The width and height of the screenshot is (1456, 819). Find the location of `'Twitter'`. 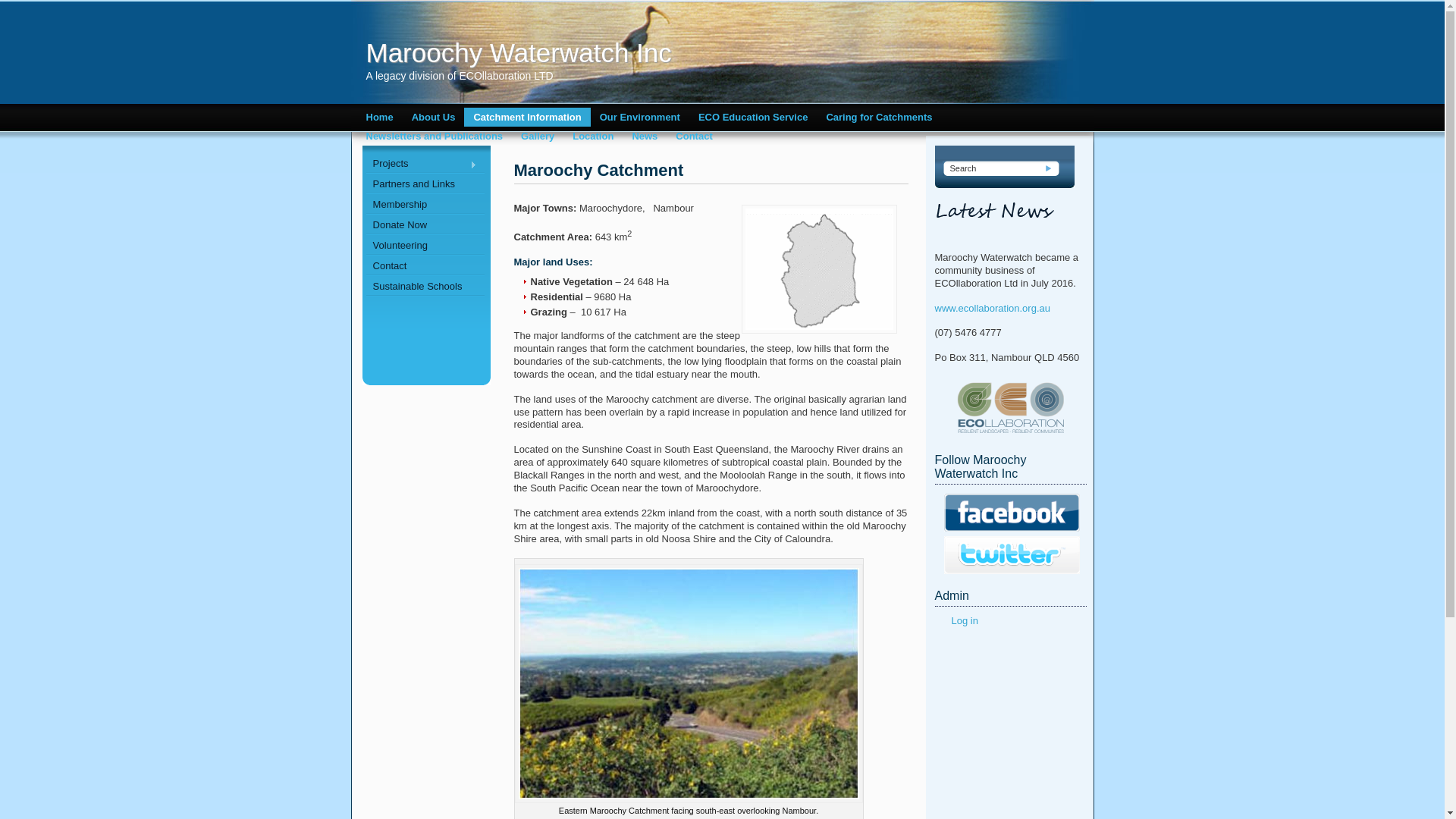

'Twitter' is located at coordinates (1012, 555).